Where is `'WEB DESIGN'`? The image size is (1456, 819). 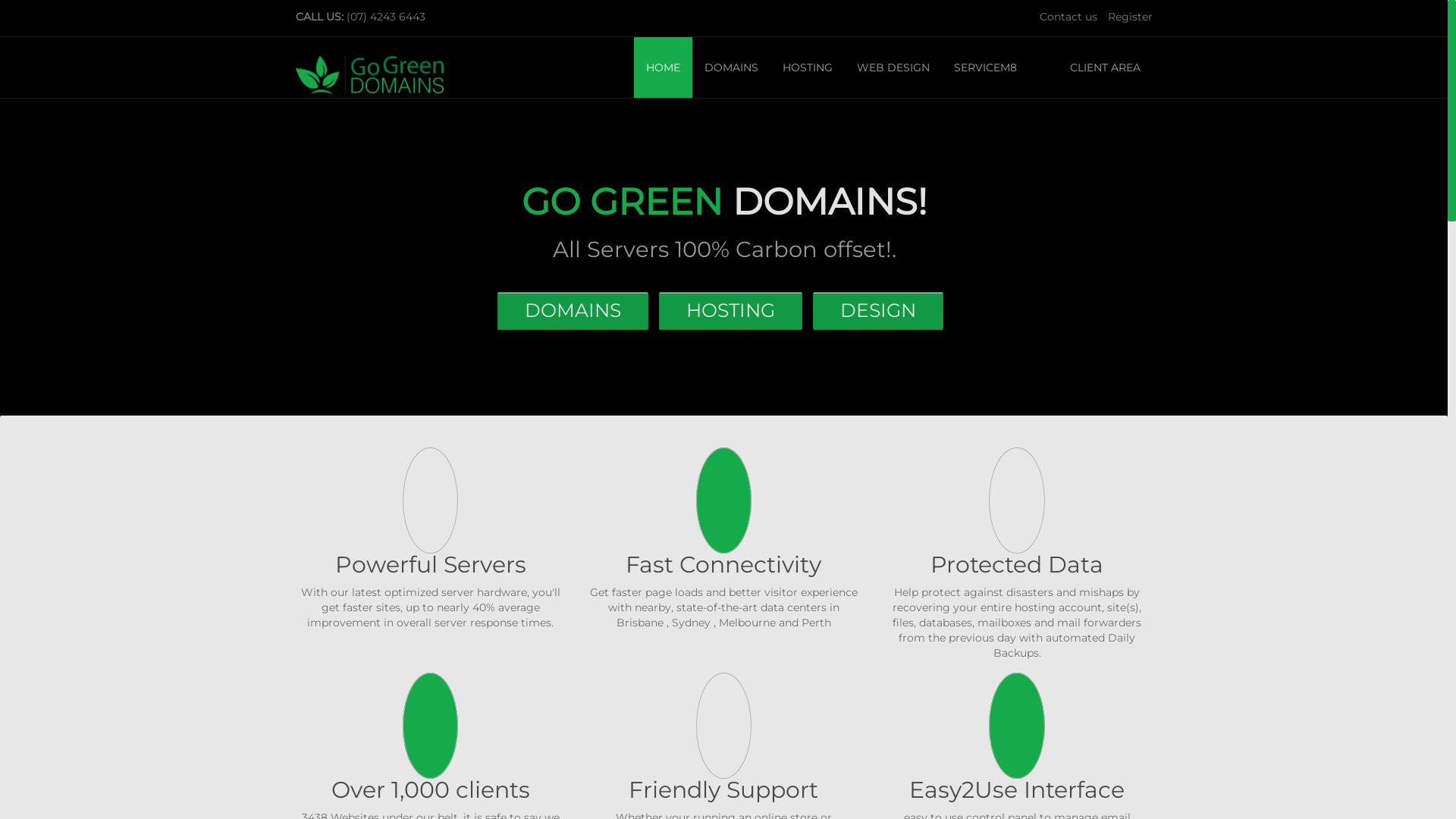
'WEB DESIGN' is located at coordinates (893, 66).